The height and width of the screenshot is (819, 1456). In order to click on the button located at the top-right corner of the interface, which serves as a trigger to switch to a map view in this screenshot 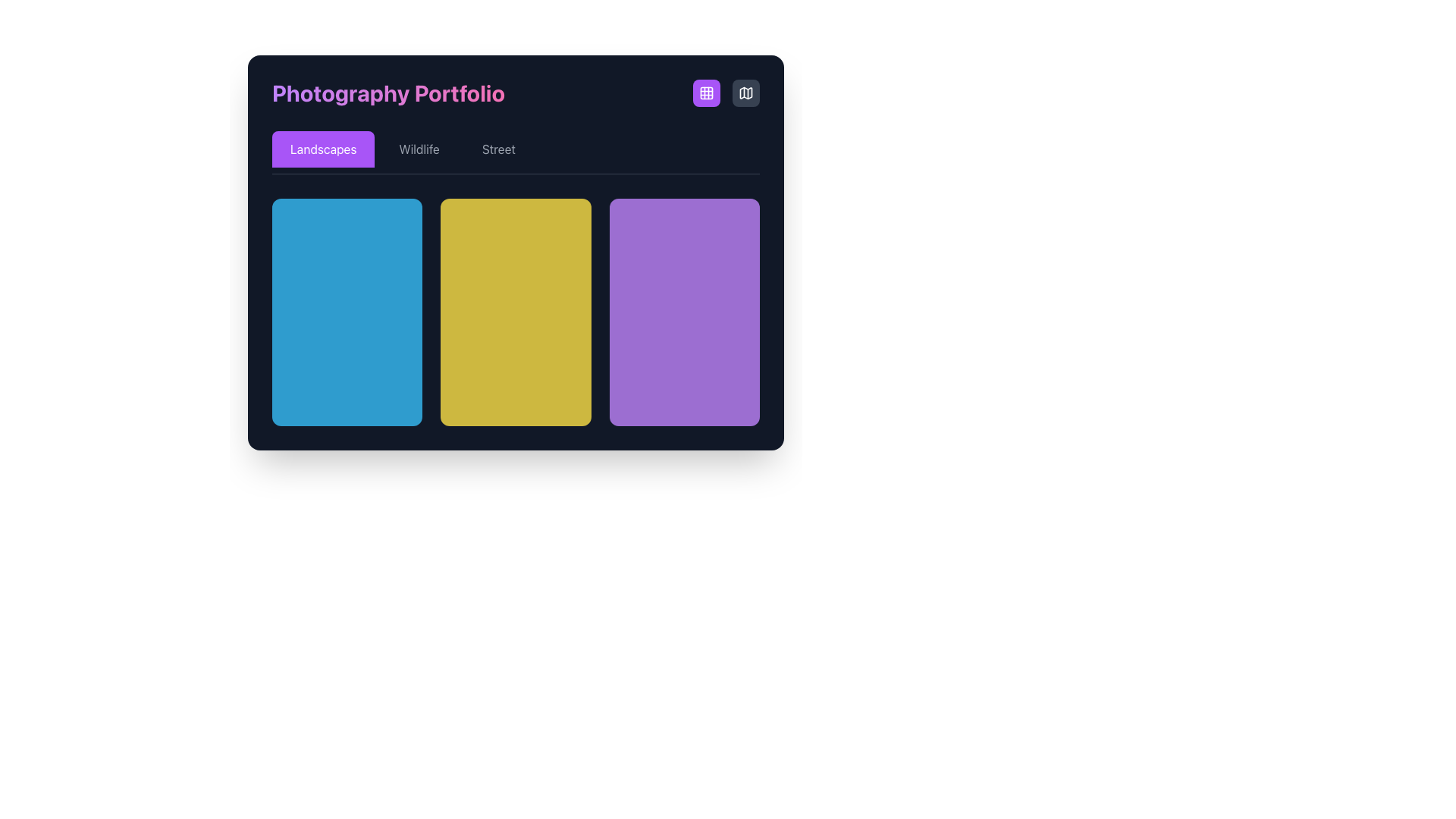, I will do `click(745, 93)`.